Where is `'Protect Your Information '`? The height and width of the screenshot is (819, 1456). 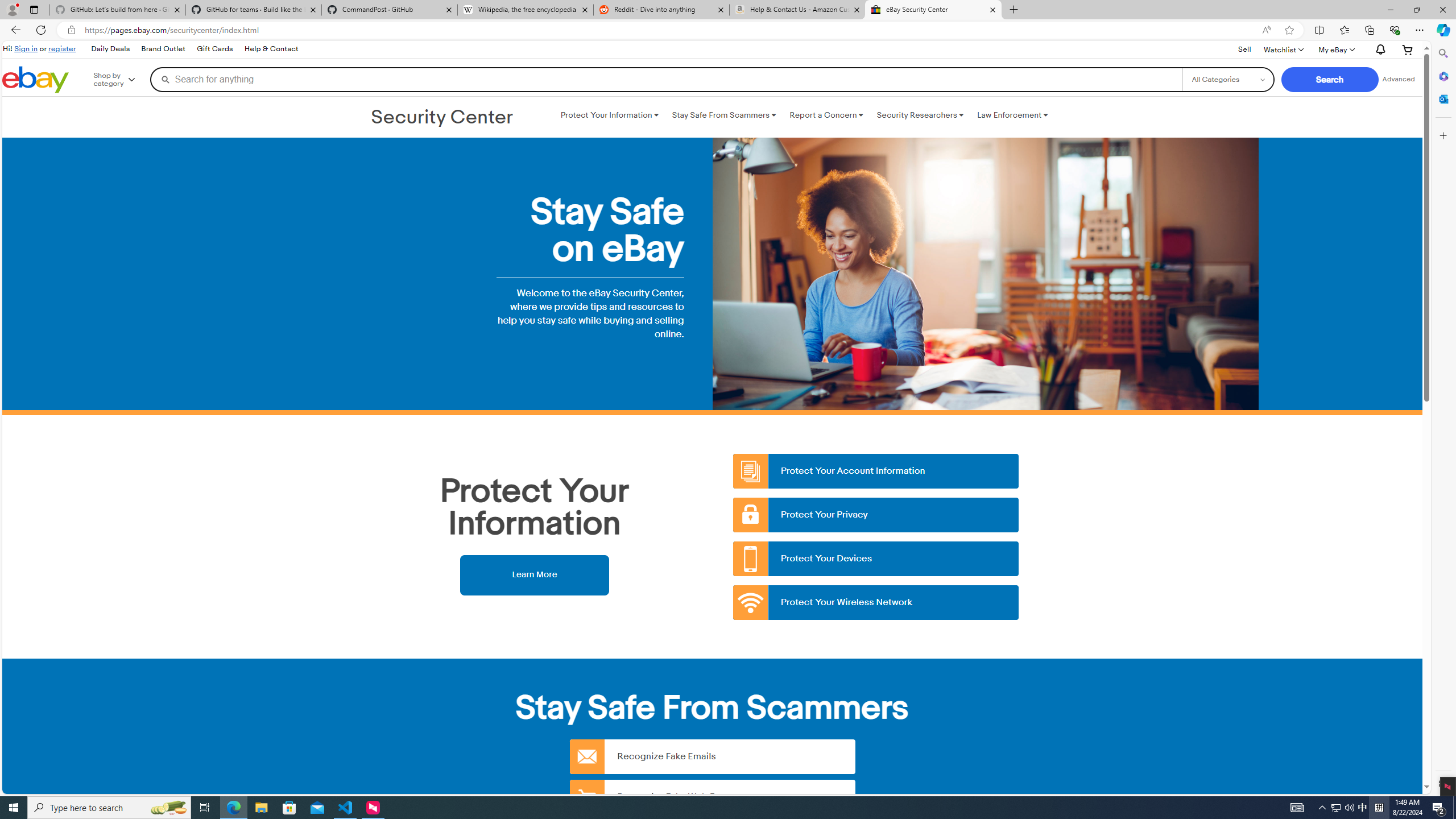
'Protect Your Information ' is located at coordinates (609, 115).